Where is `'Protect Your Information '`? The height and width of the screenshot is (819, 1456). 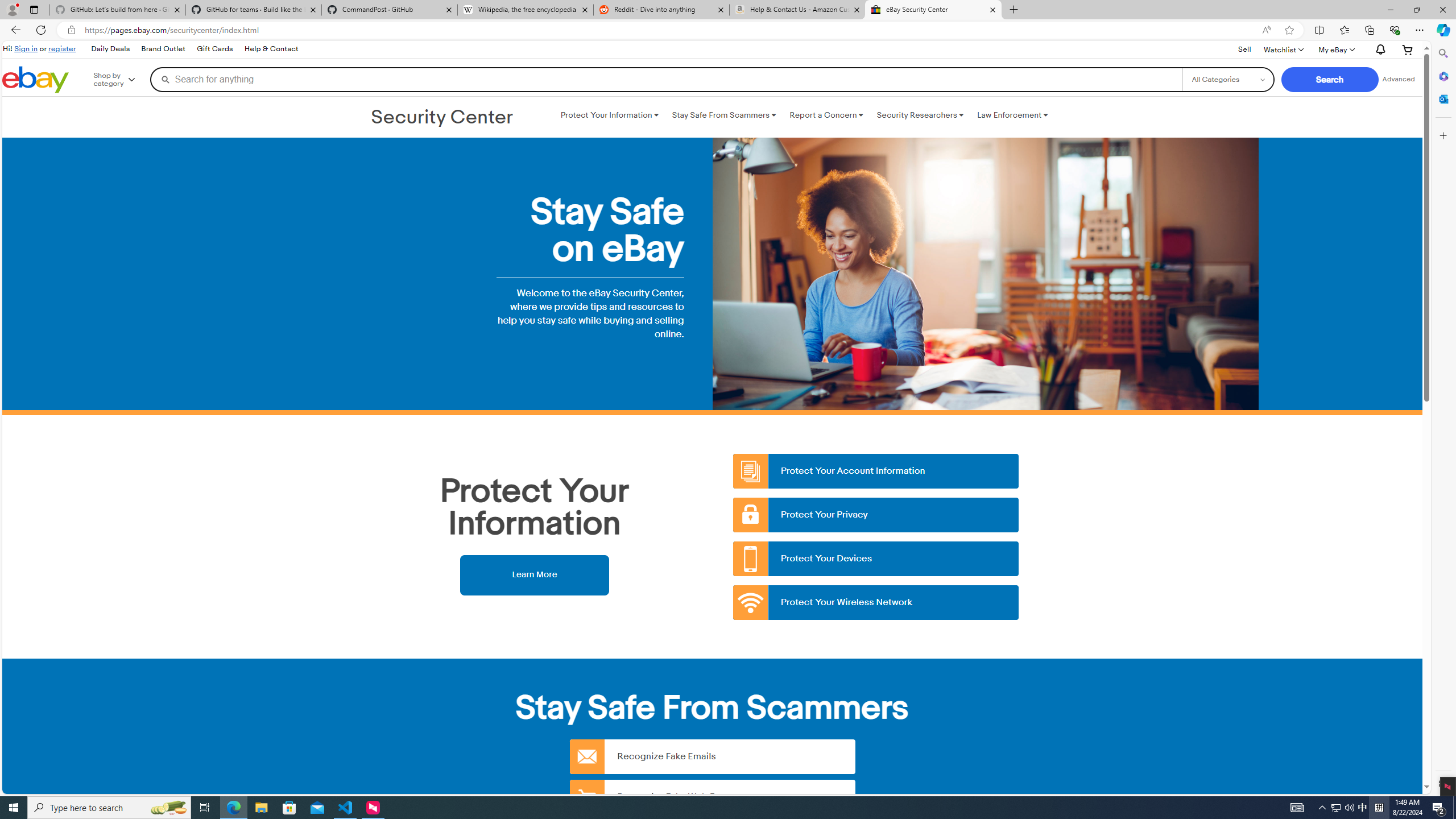
'Protect Your Information ' is located at coordinates (609, 115).